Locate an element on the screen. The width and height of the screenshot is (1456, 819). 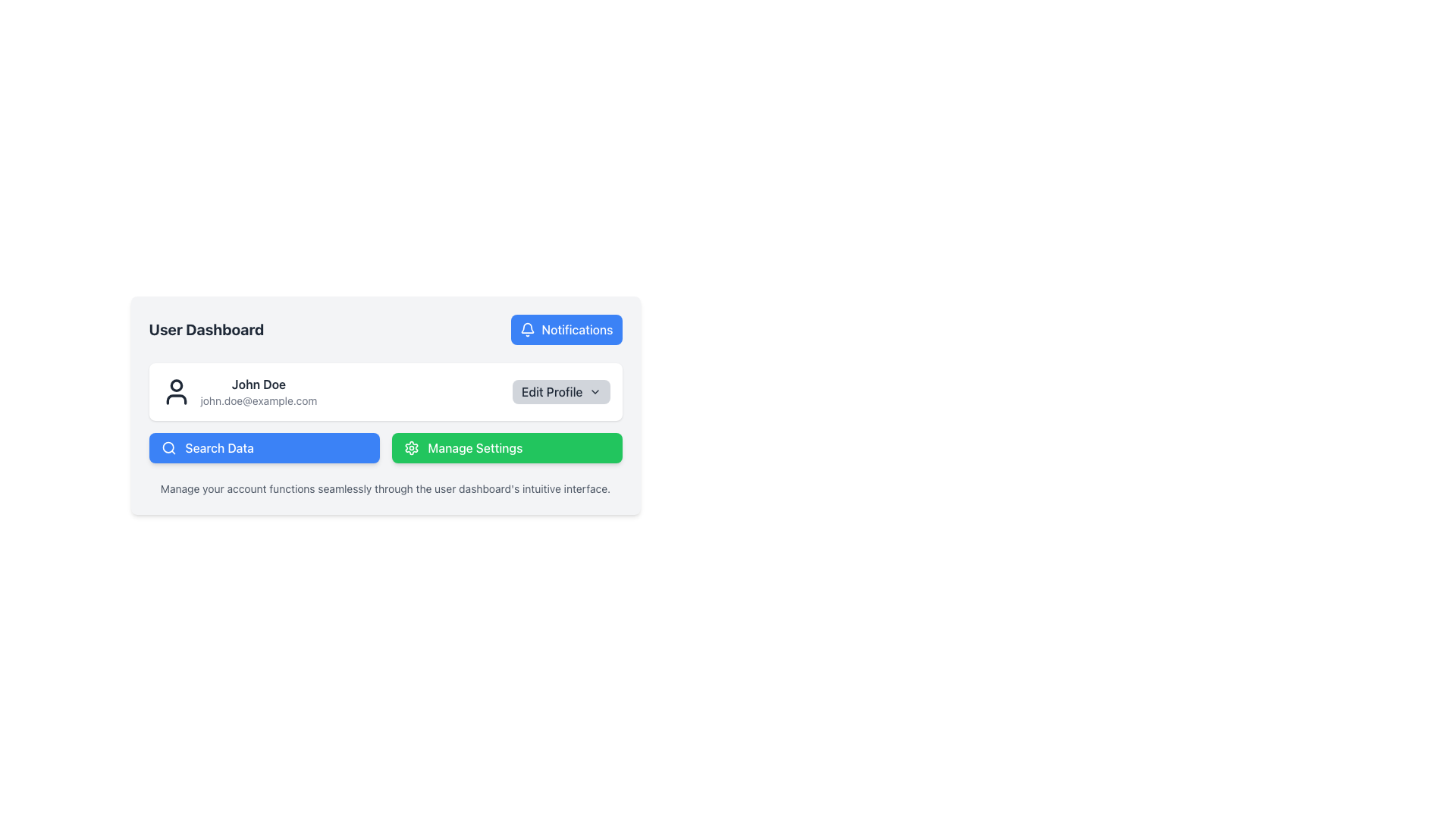
the user's name text label located beneath the 'User Dashboard' heading, above the email 'john.doe@example.com', and next to the user icon avatar is located at coordinates (259, 383).